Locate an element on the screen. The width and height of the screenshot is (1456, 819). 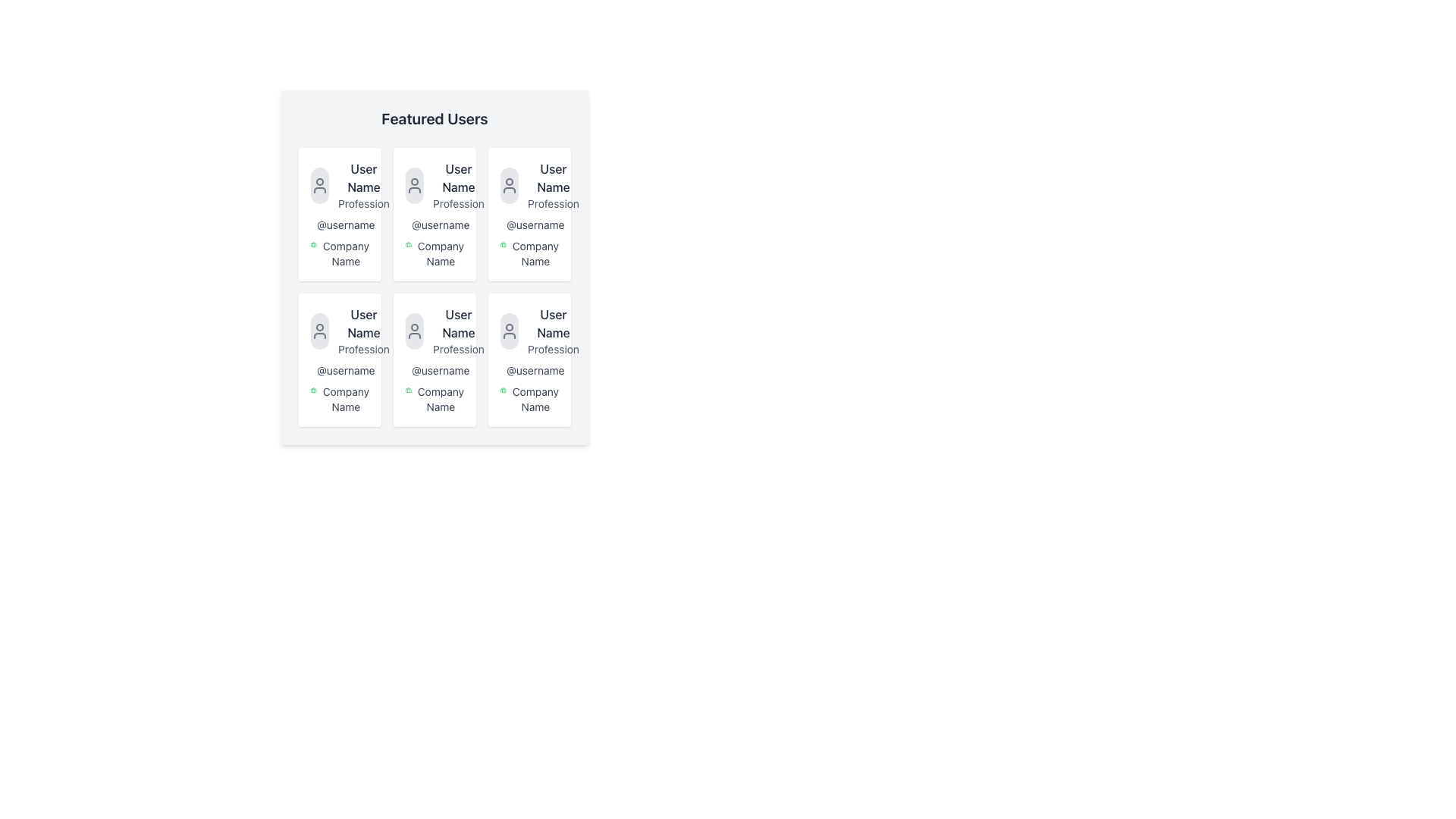
text label displaying 'Company Name', which is styled with a gray font and located near the bottom of the profile card, positioned centrally in the second row of a grid layout is located at coordinates (535, 253).